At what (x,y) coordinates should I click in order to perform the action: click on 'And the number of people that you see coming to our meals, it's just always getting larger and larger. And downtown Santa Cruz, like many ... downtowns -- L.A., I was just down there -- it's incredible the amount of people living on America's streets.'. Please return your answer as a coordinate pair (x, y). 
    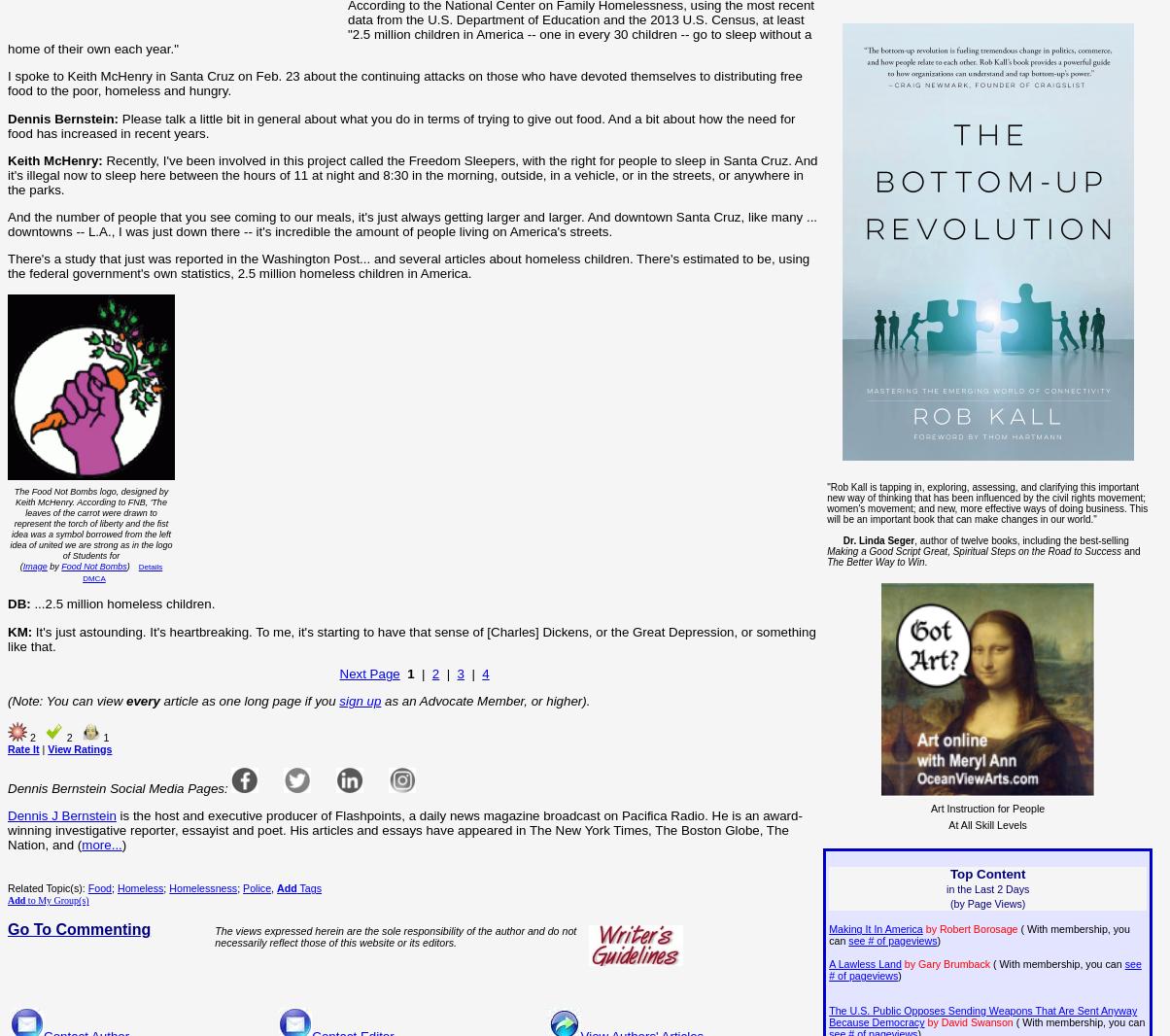
    Looking at the image, I should click on (411, 224).